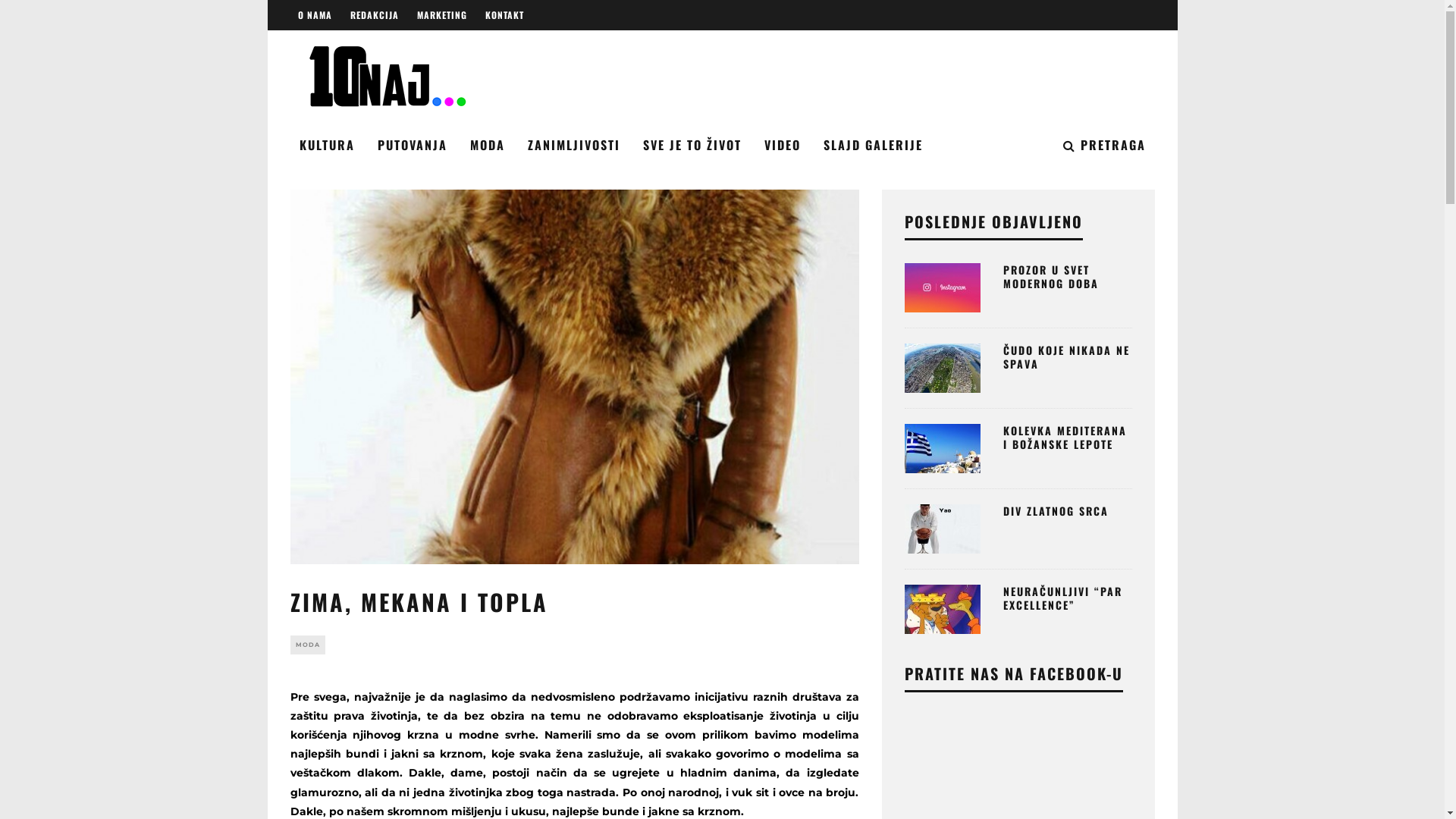  What do you see at coordinates (313, 14) in the screenshot?
I see `'O NAMA'` at bounding box center [313, 14].